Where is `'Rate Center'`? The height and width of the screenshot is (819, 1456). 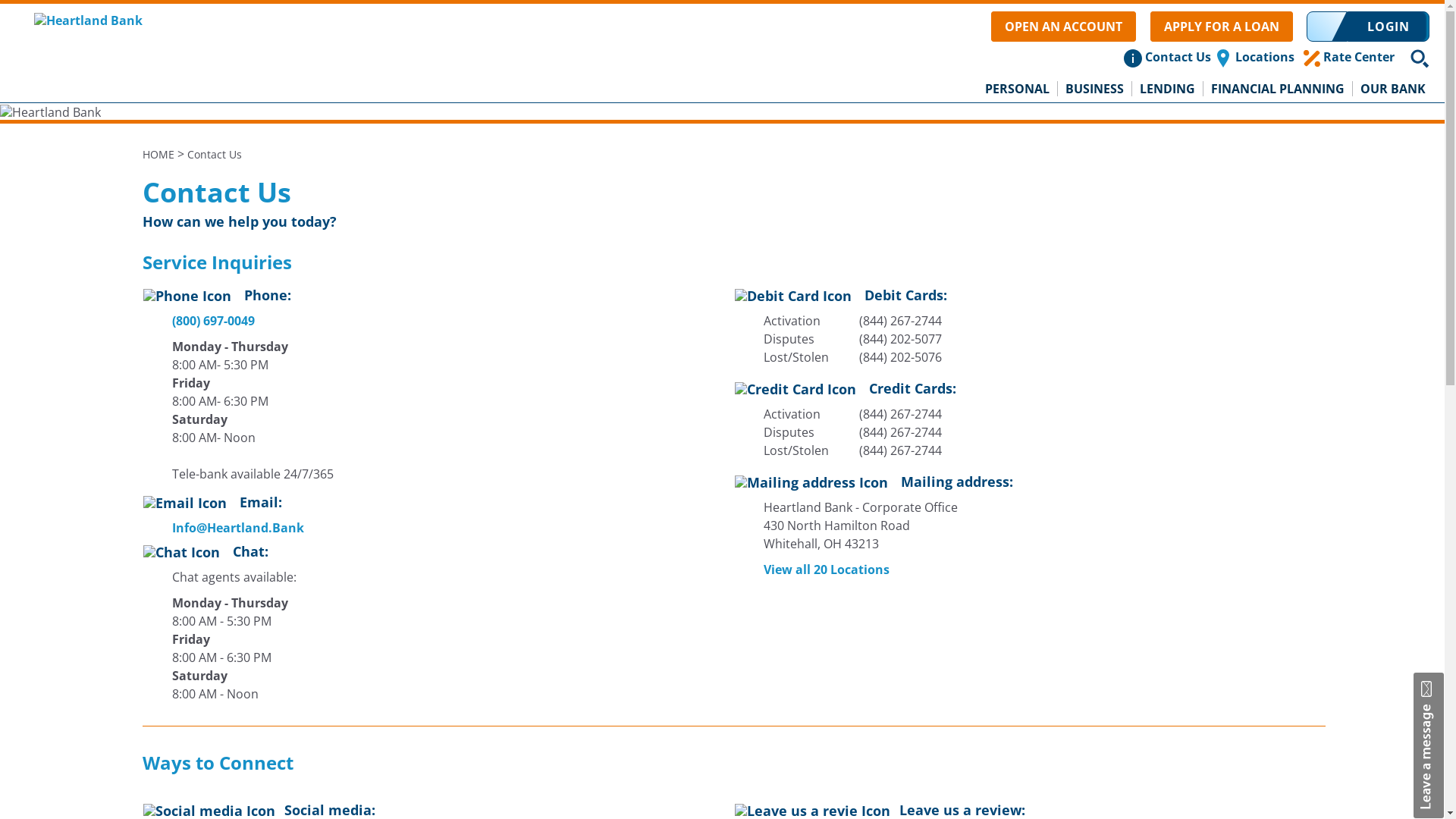
'Rate Center' is located at coordinates (1358, 55).